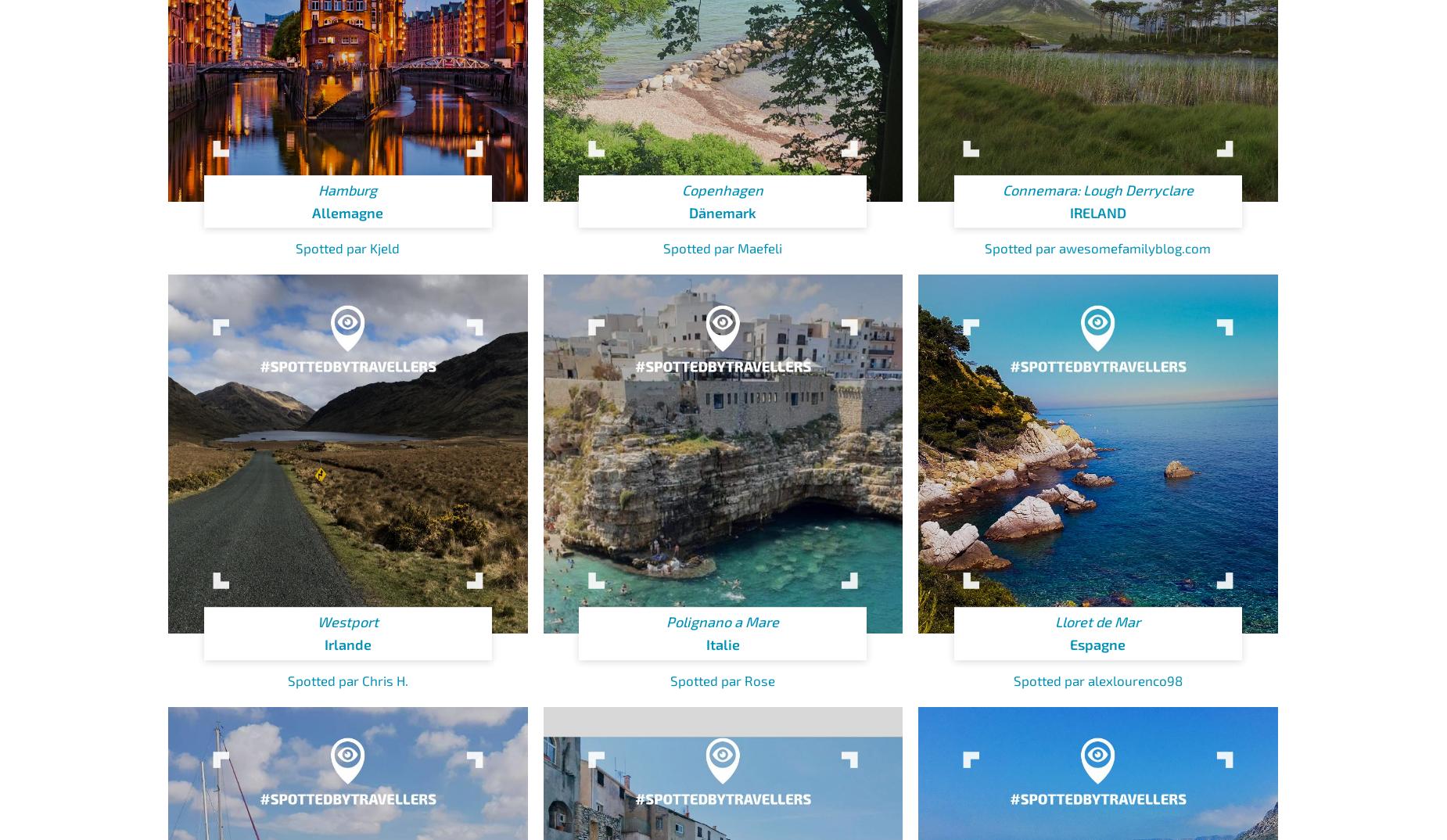 This screenshot has height=840, width=1447. Describe the element at coordinates (723, 189) in the screenshot. I see `'Copenhagen'` at that location.